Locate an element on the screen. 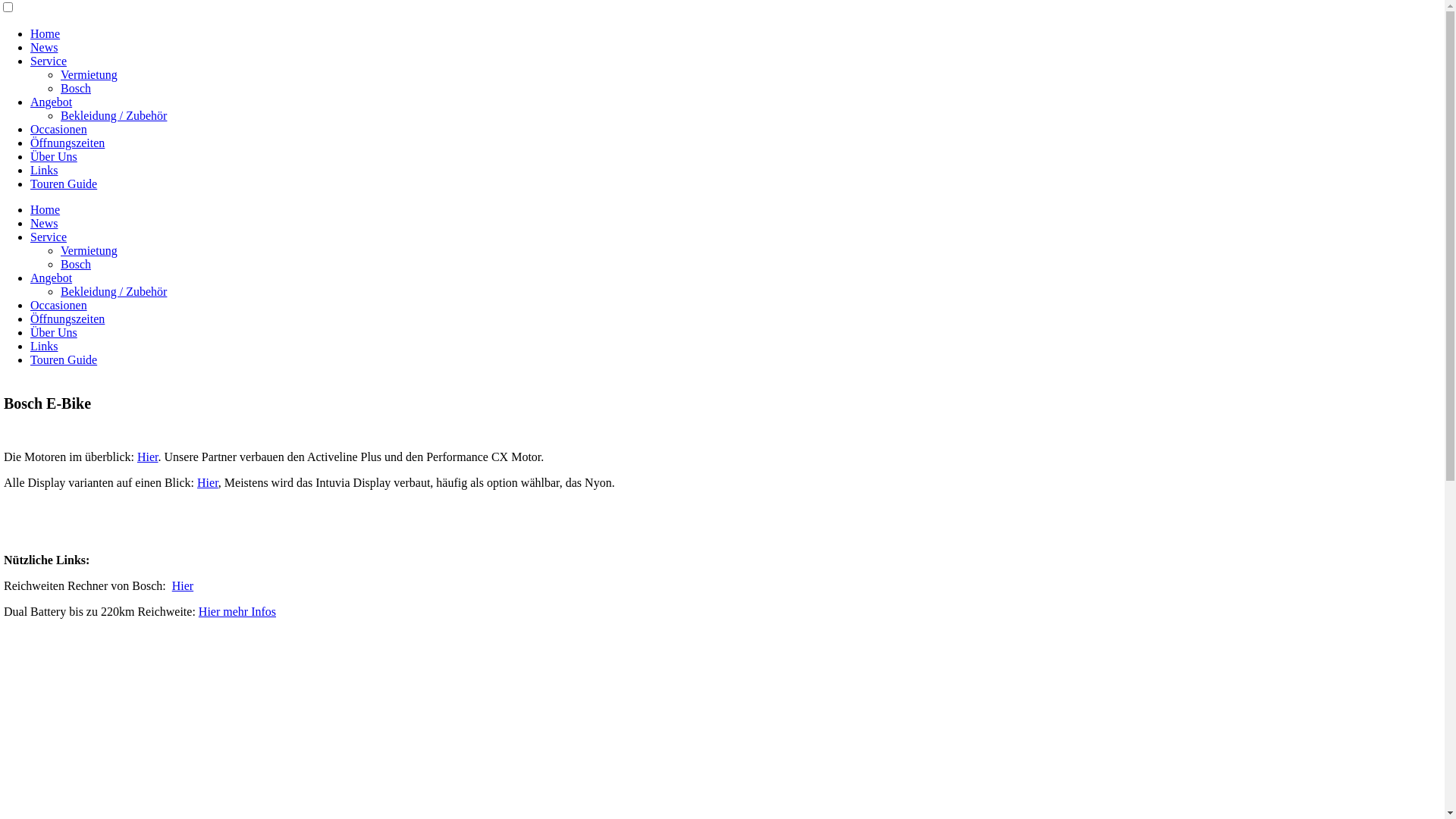 Image resolution: width=1456 pixels, height=819 pixels. 'Vermietung' is located at coordinates (88, 249).